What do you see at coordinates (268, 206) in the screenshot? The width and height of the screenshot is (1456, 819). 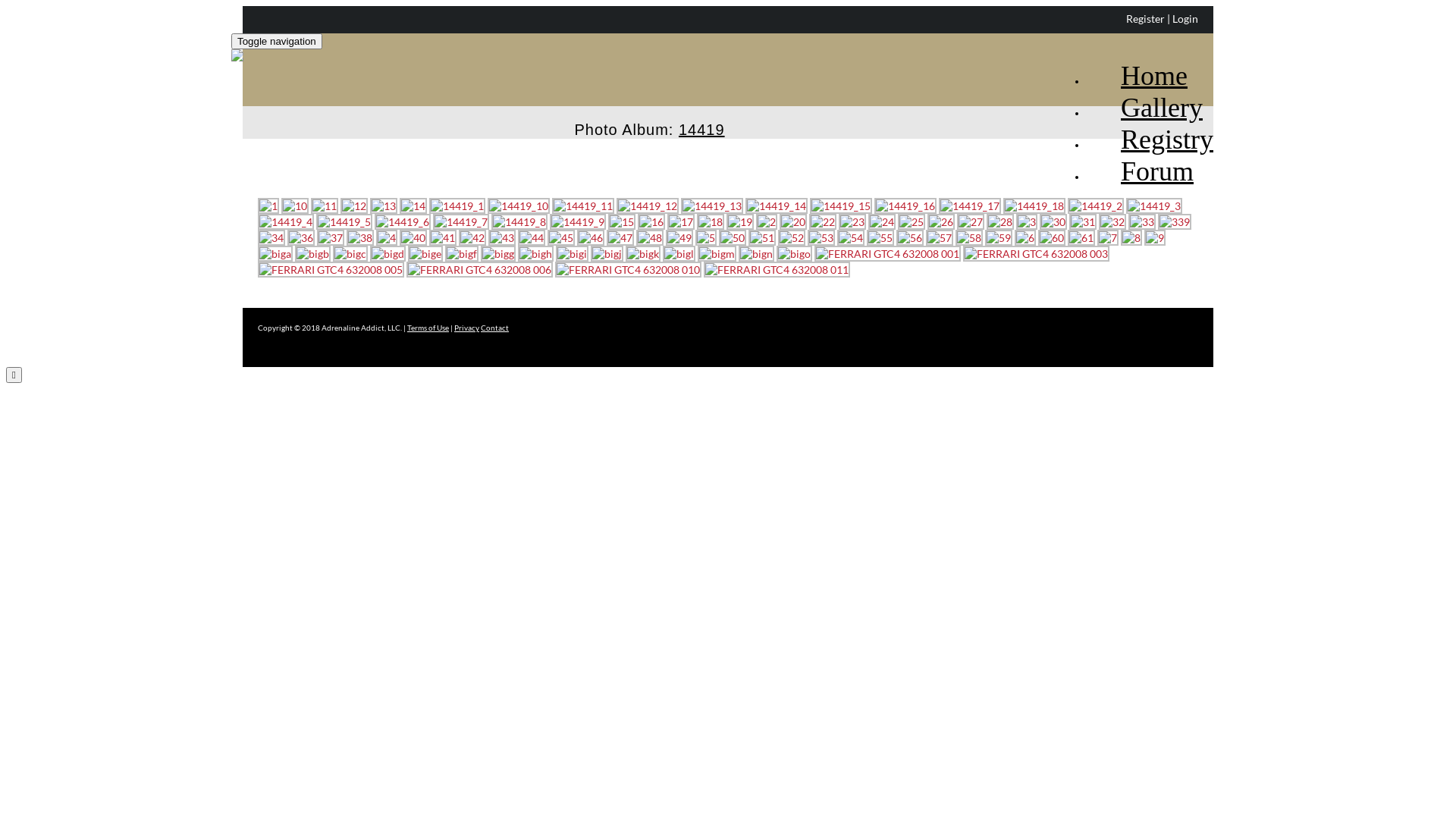 I see `'1 (click to enlarge)'` at bounding box center [268, 206].